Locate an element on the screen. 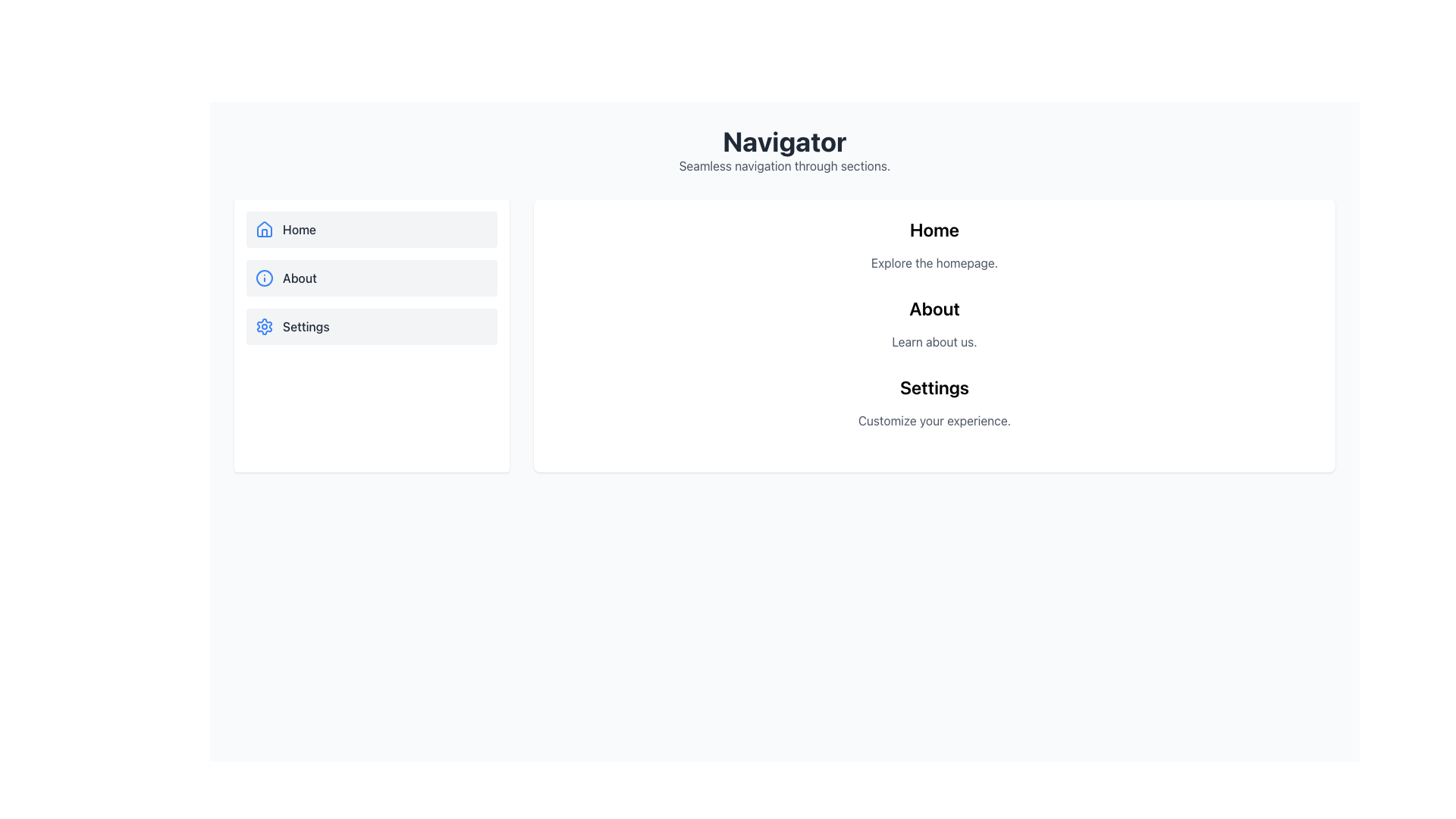 Image resolution: width=1456 pixels, height=819 pixels. the descriptive subtitle element located directly below the main title 'Navigator', which provides additional context for the section is located at coordinates (785, 166).